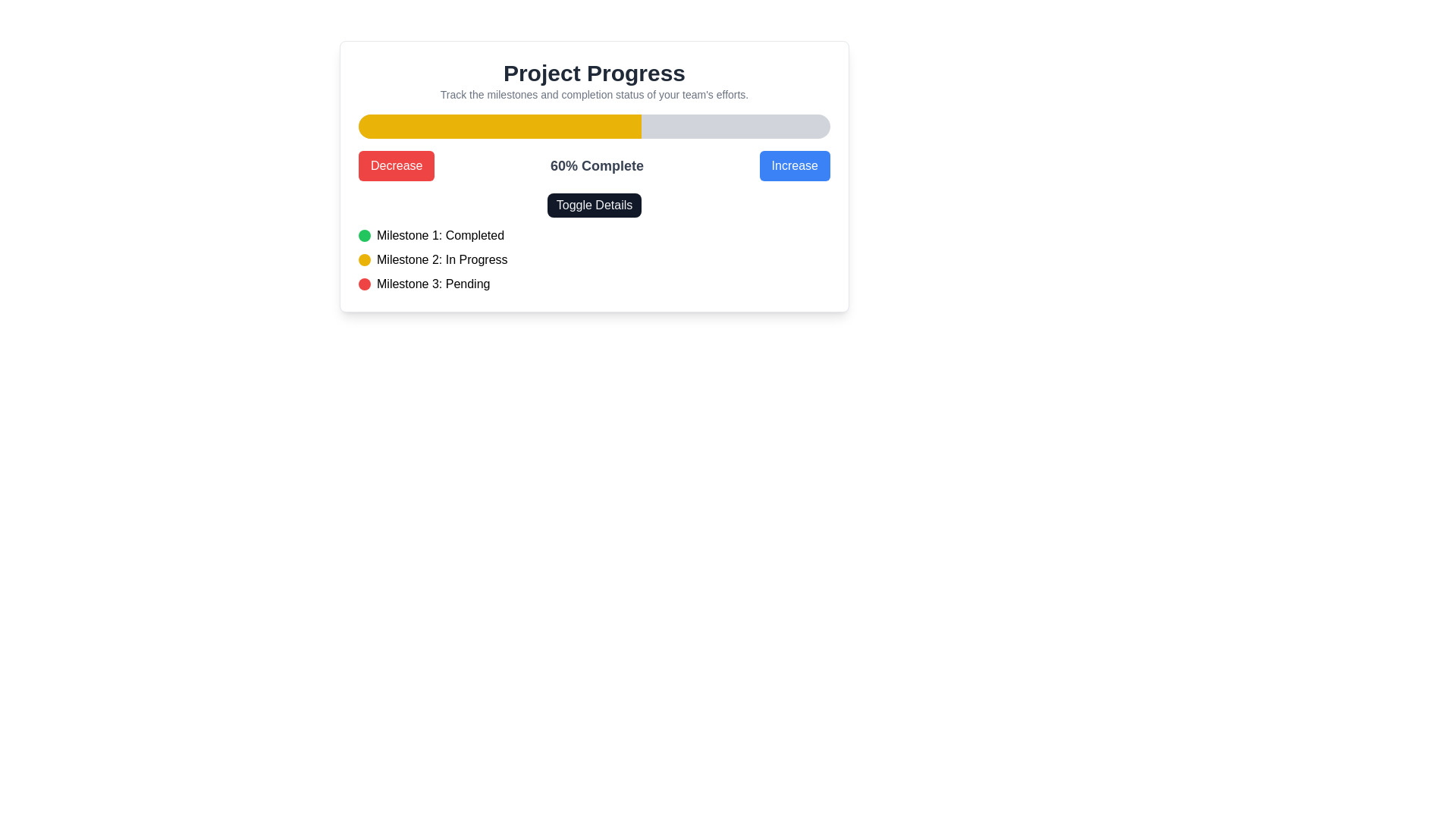 This screenshot has height=819, width=1456. What do you see at coordinates (439, 236) in the screenshot?
I see `the text label displaying 'Milestone 1: Completed' which is positioned to the right of a green circular status indicator in the first position of the milestones list` at bounding box center [439, 236].